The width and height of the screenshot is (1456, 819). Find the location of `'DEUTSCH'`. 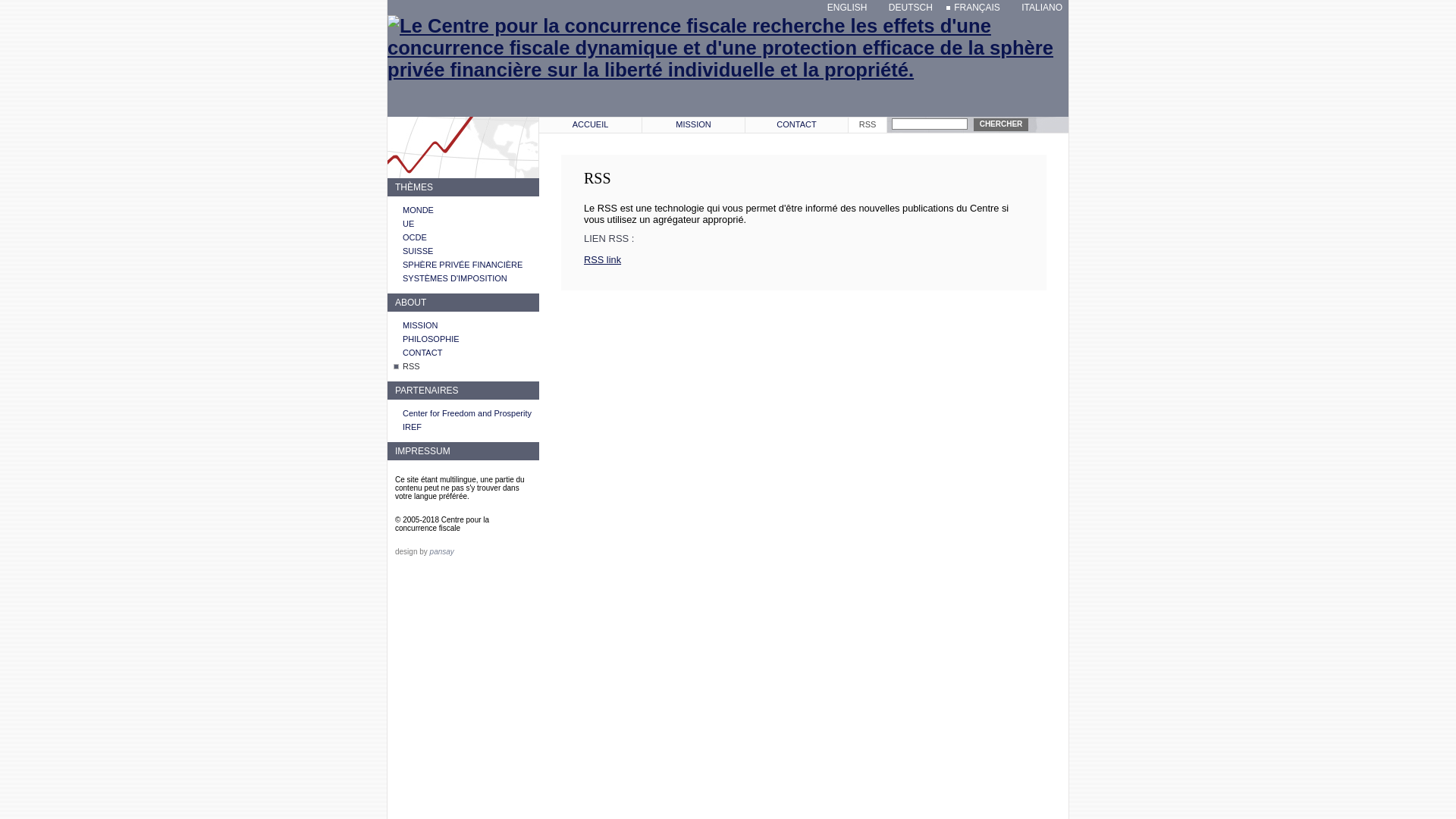

'DEUTSCH' is located at coordinates (880, 8).